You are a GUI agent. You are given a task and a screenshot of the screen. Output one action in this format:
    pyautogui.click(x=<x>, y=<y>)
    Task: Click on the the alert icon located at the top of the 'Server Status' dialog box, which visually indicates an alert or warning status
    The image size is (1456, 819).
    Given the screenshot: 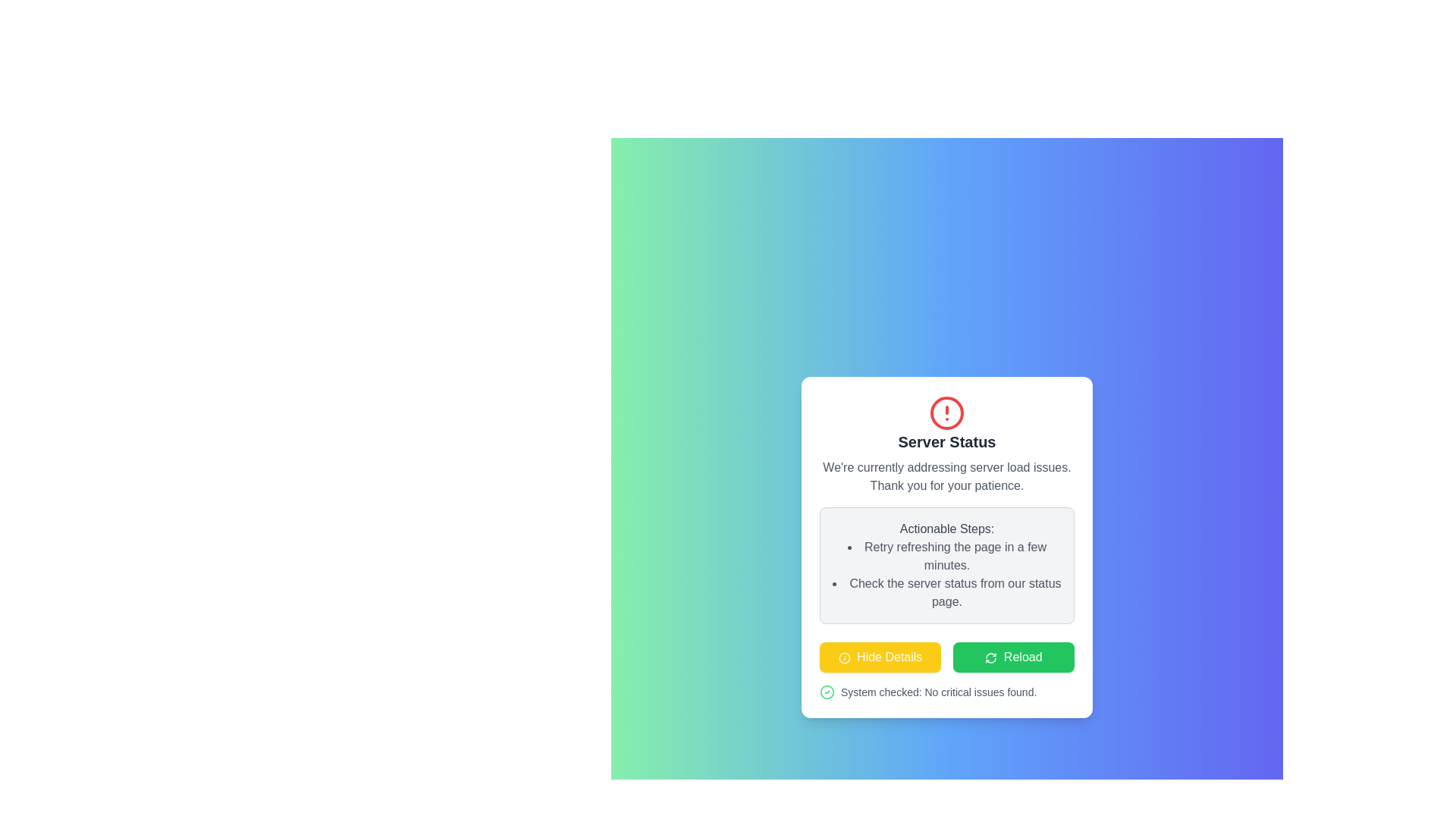 What is the action you would take?
    pyautogui.click(x=946, y=413)
    